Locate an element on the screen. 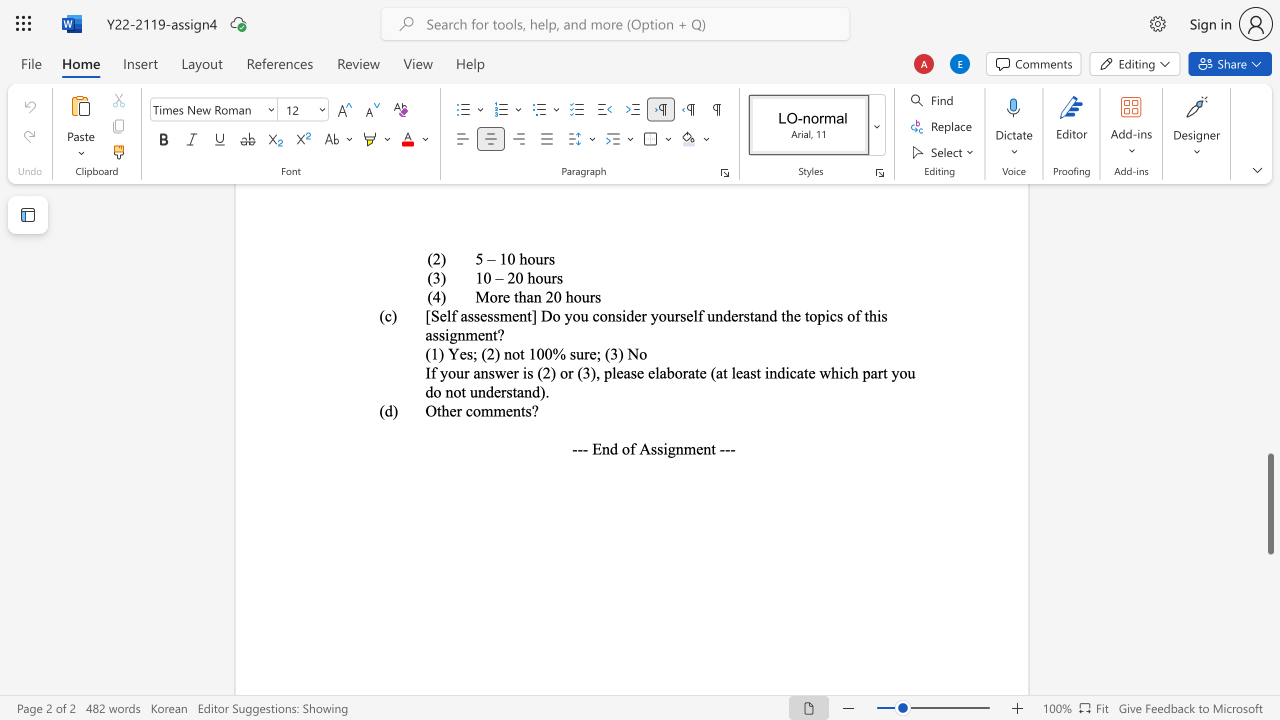 Image resolution: width=1280 pixels, height=720 pixels. the vertical scrollbar to raise the page content is located at coordinates (1269, 328).